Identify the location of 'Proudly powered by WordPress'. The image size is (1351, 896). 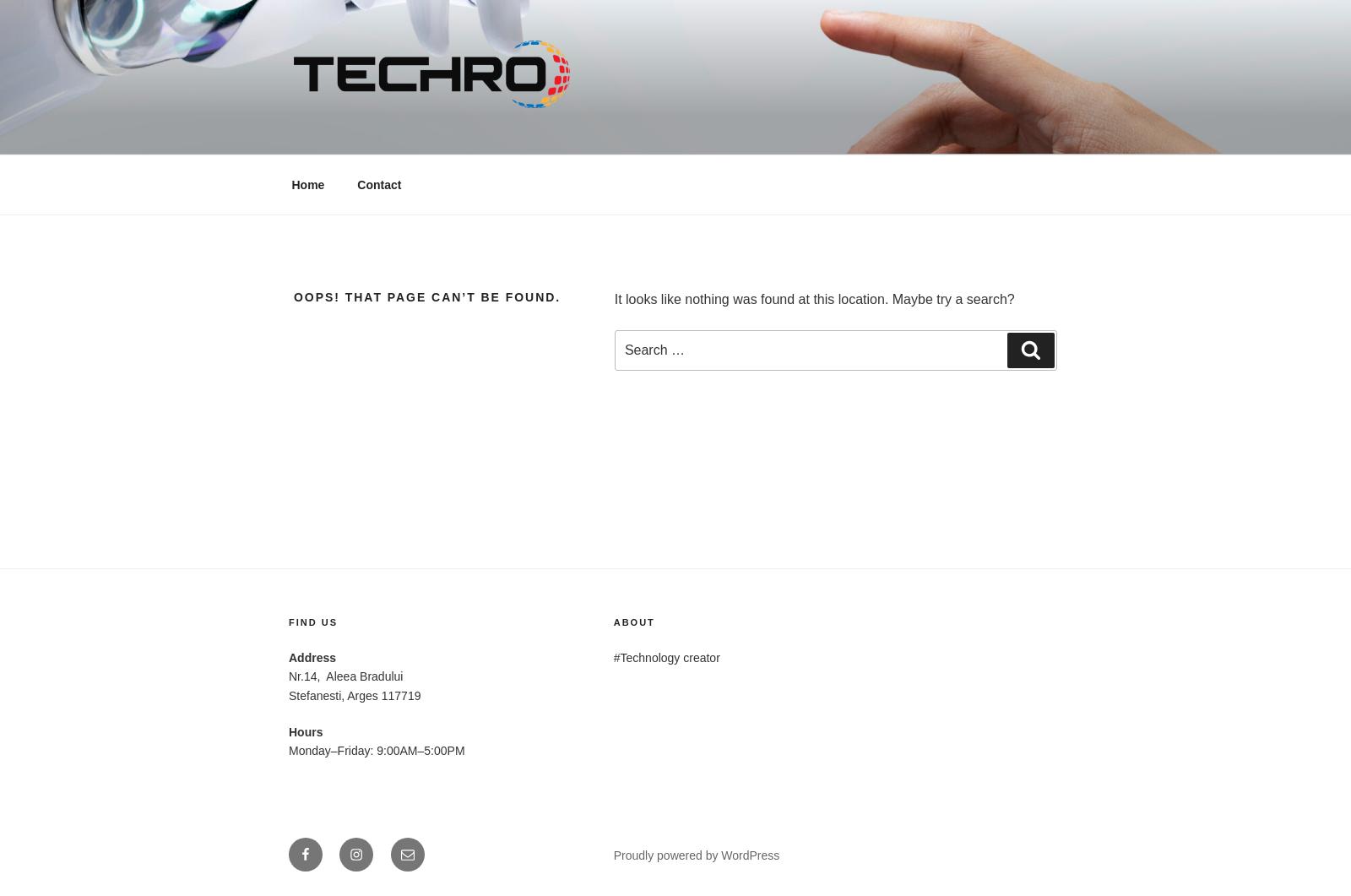
(695, 853).